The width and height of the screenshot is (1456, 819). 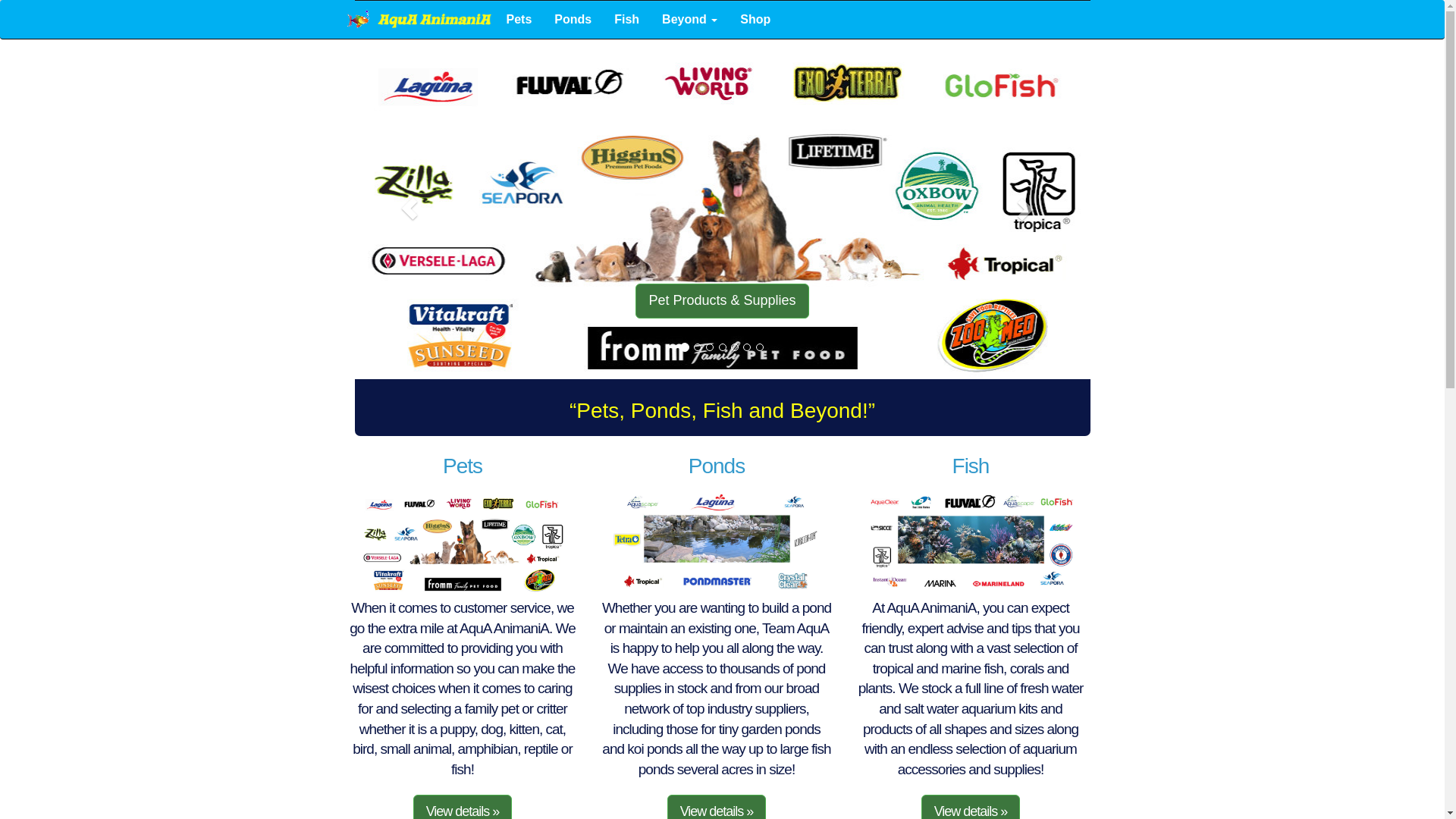 What do you see at coordinates (755, 20) in the screenshot?
I see `'Shop'` at bounding box center [755, 20].